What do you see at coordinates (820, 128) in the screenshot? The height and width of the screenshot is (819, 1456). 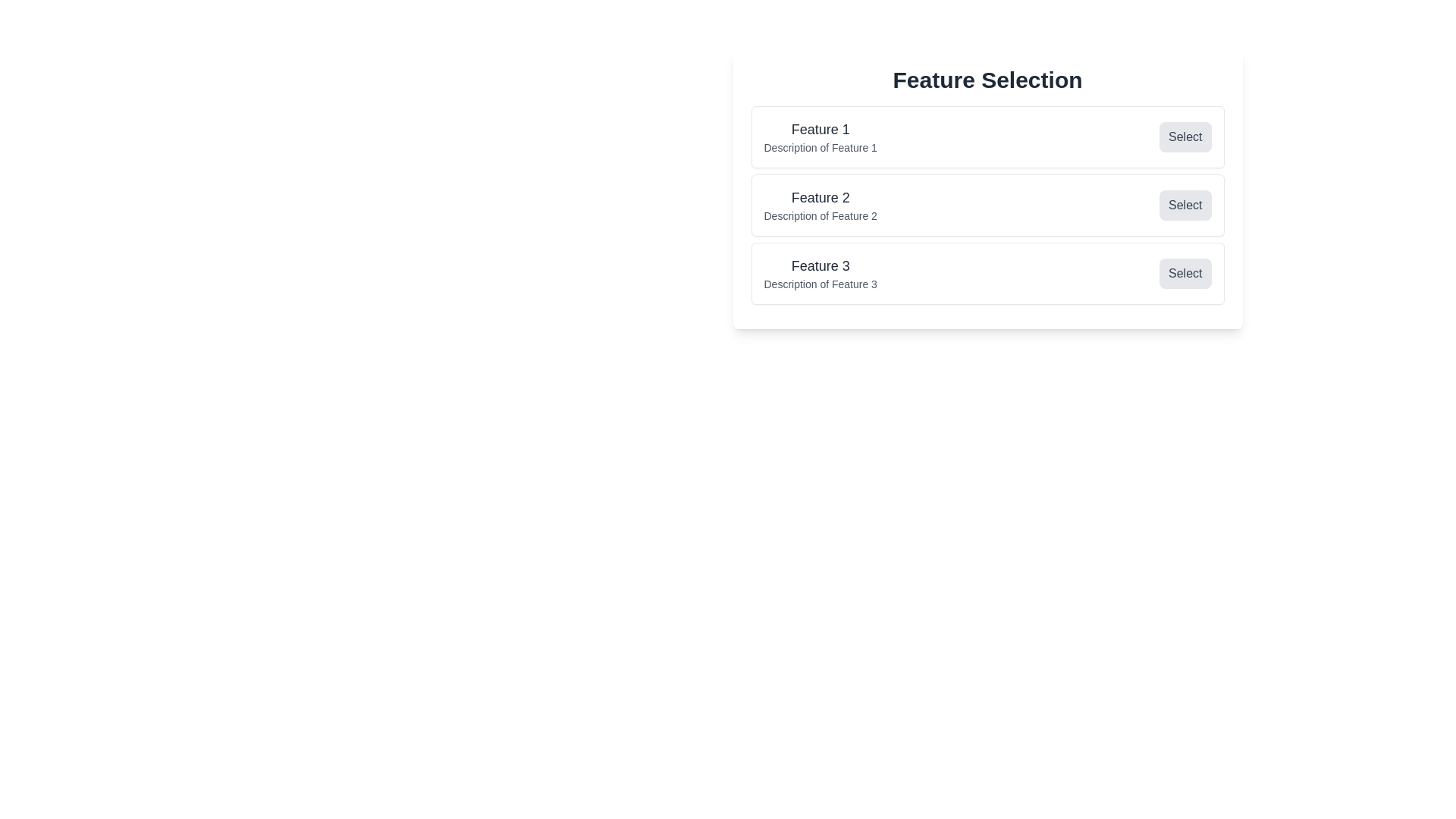 I see `the Text label that serves as a title or identifier for the corresponding feature, located at the center of a white card-like UI element, above its sibling description element` at bounding box center [820, 128].